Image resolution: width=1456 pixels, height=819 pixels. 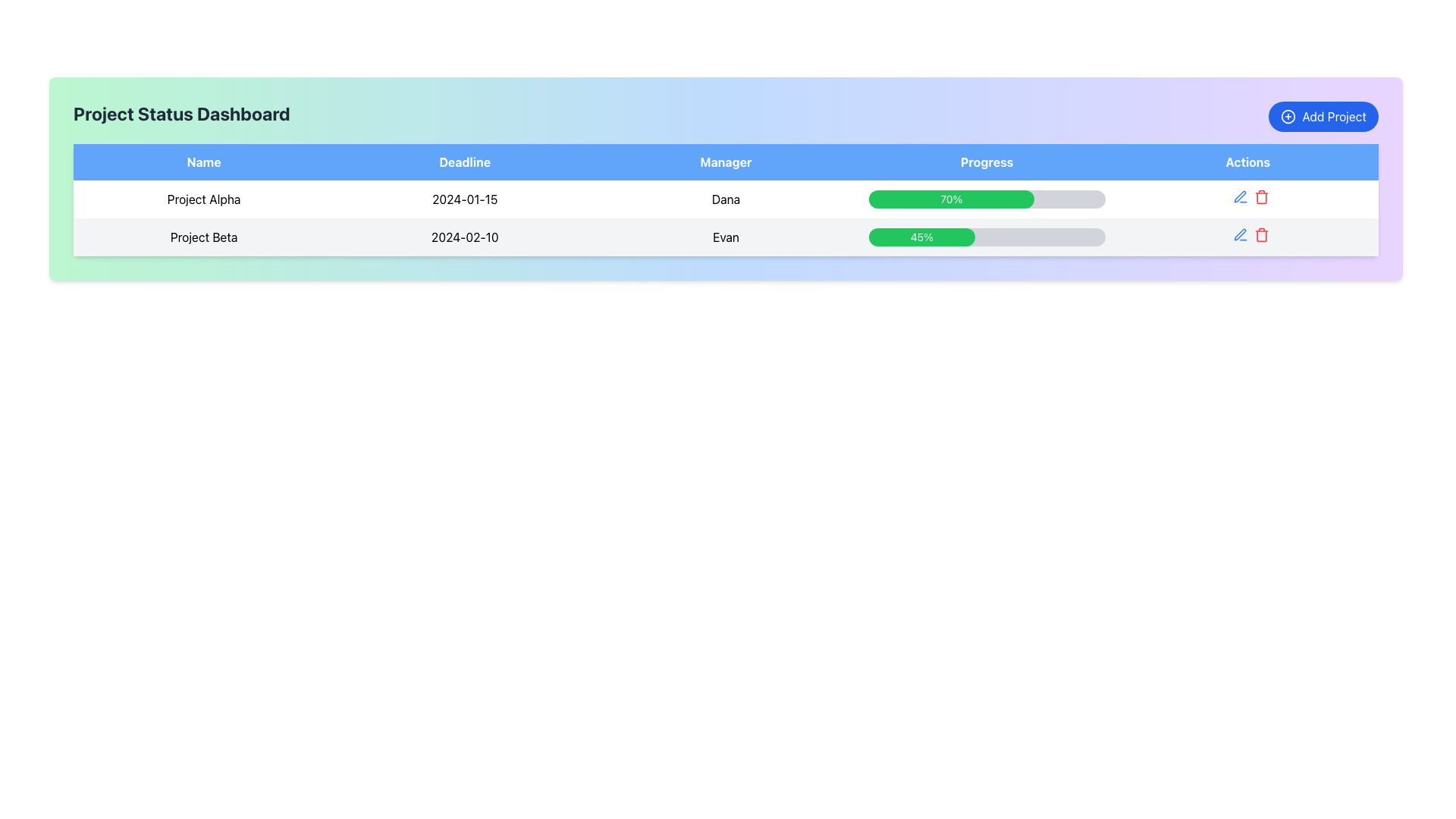 I want to click on the SVG circle that is part of the 'Add Project' button located in the top-right corner above the table, so click(x=1288, y=116).